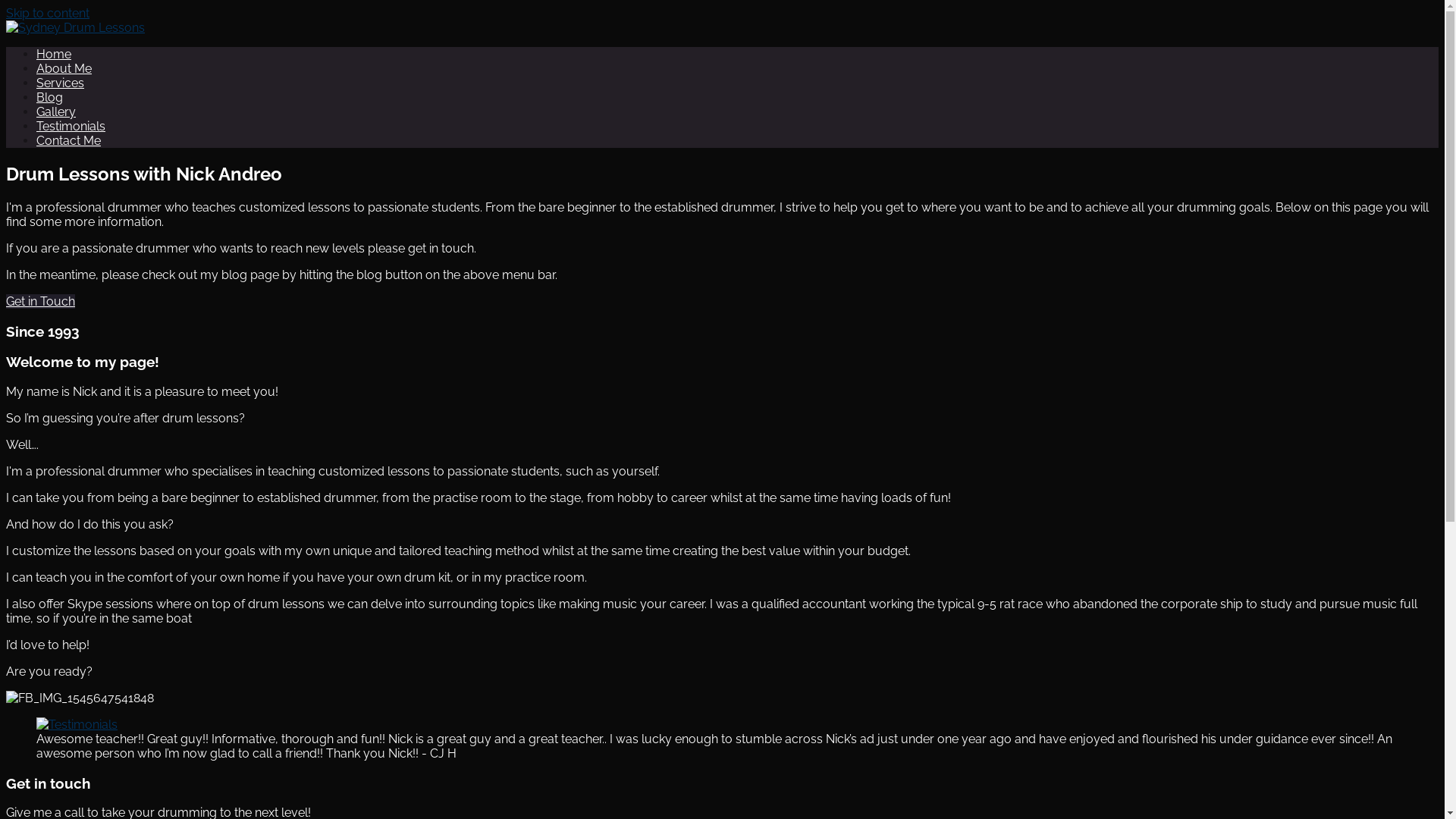 This screenshot has height=819, width=1456. What do you see at coordinates (55, 111) in the screenshot?
I see `'Gallery'` at bounding box center [55, 111].